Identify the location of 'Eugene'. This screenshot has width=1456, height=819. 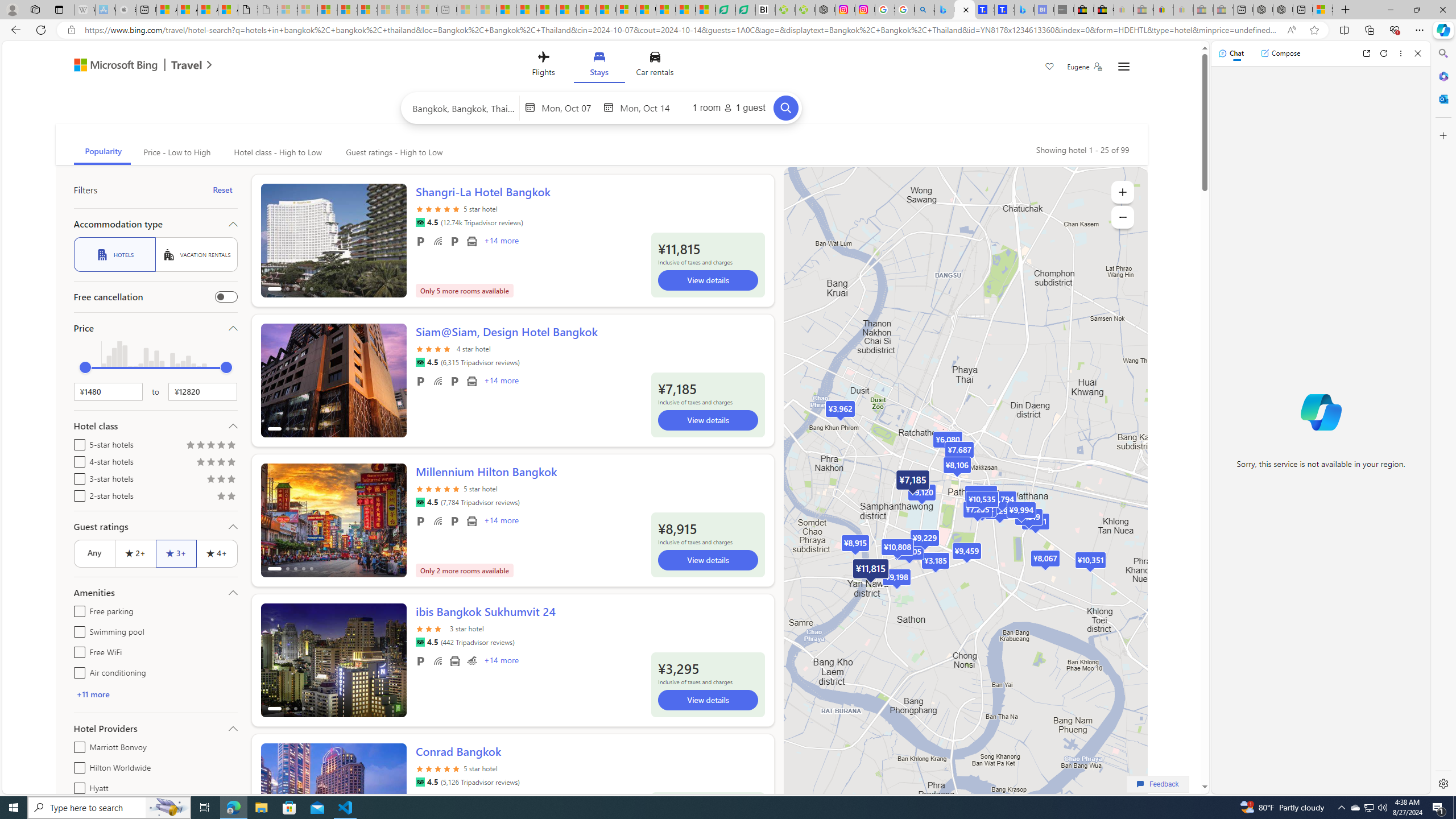
(1085, 66).